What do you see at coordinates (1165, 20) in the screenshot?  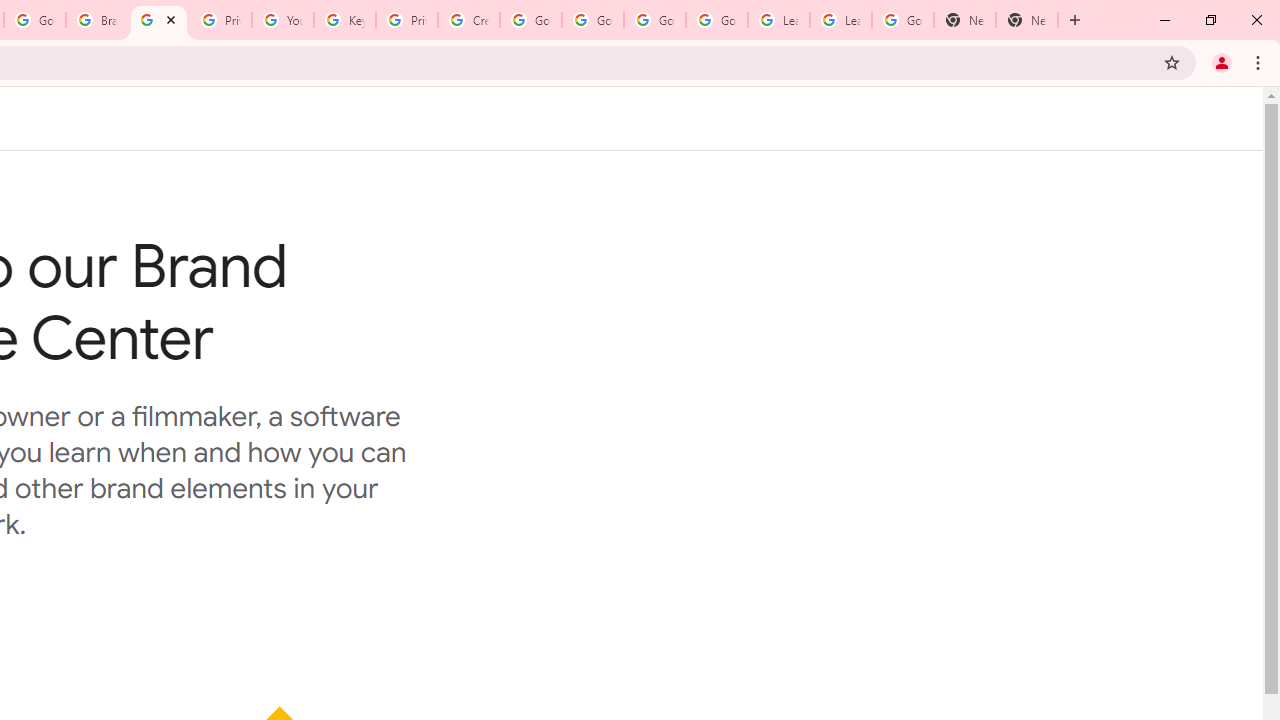 I see `'Minimize'` at bounding box center [1165, 20].